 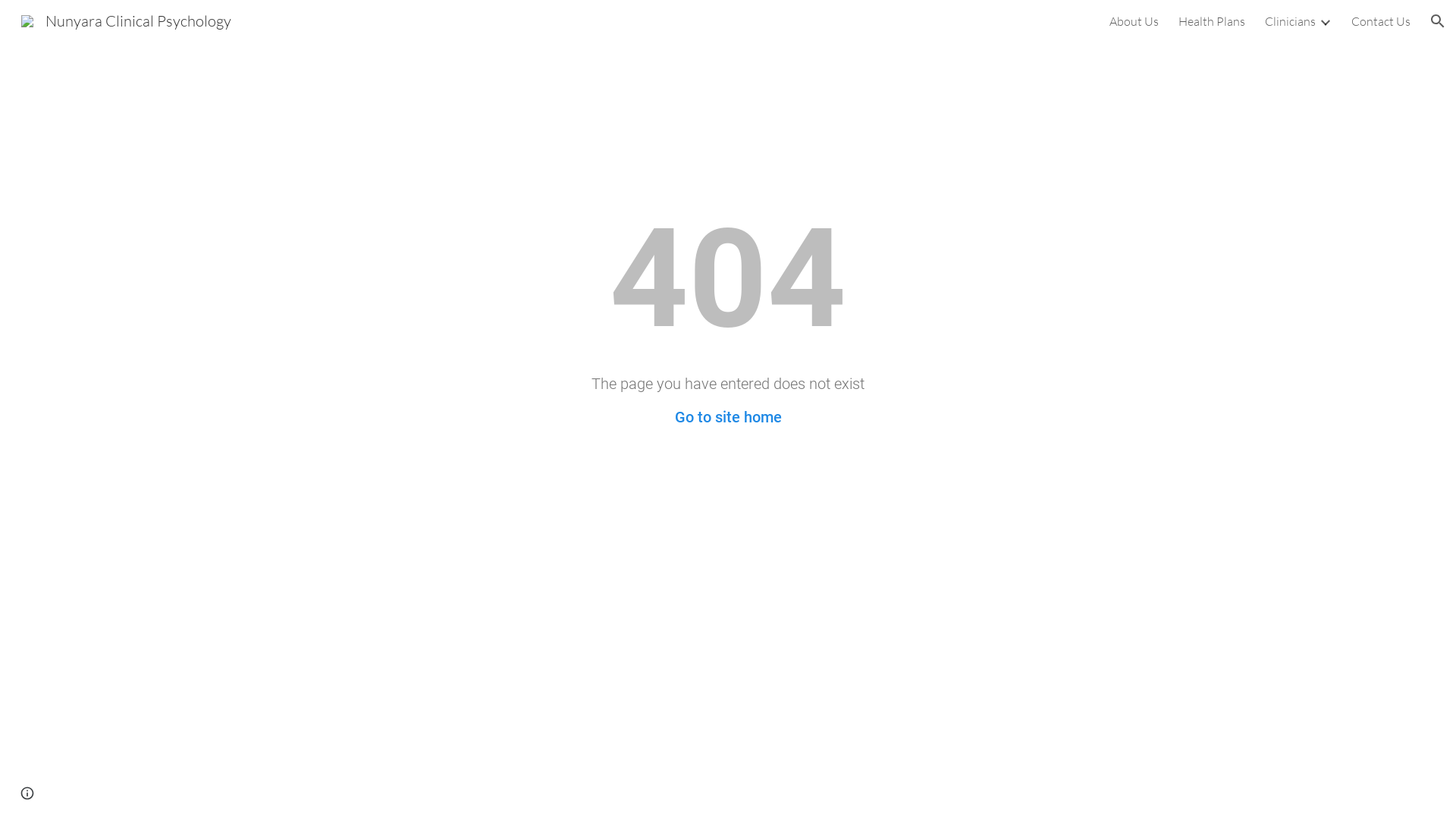 What do you see at coordinates (126, 19) in the screenshot?
I see `'Nunyara Clinical Psychology'` at bounding box center [126, 19].